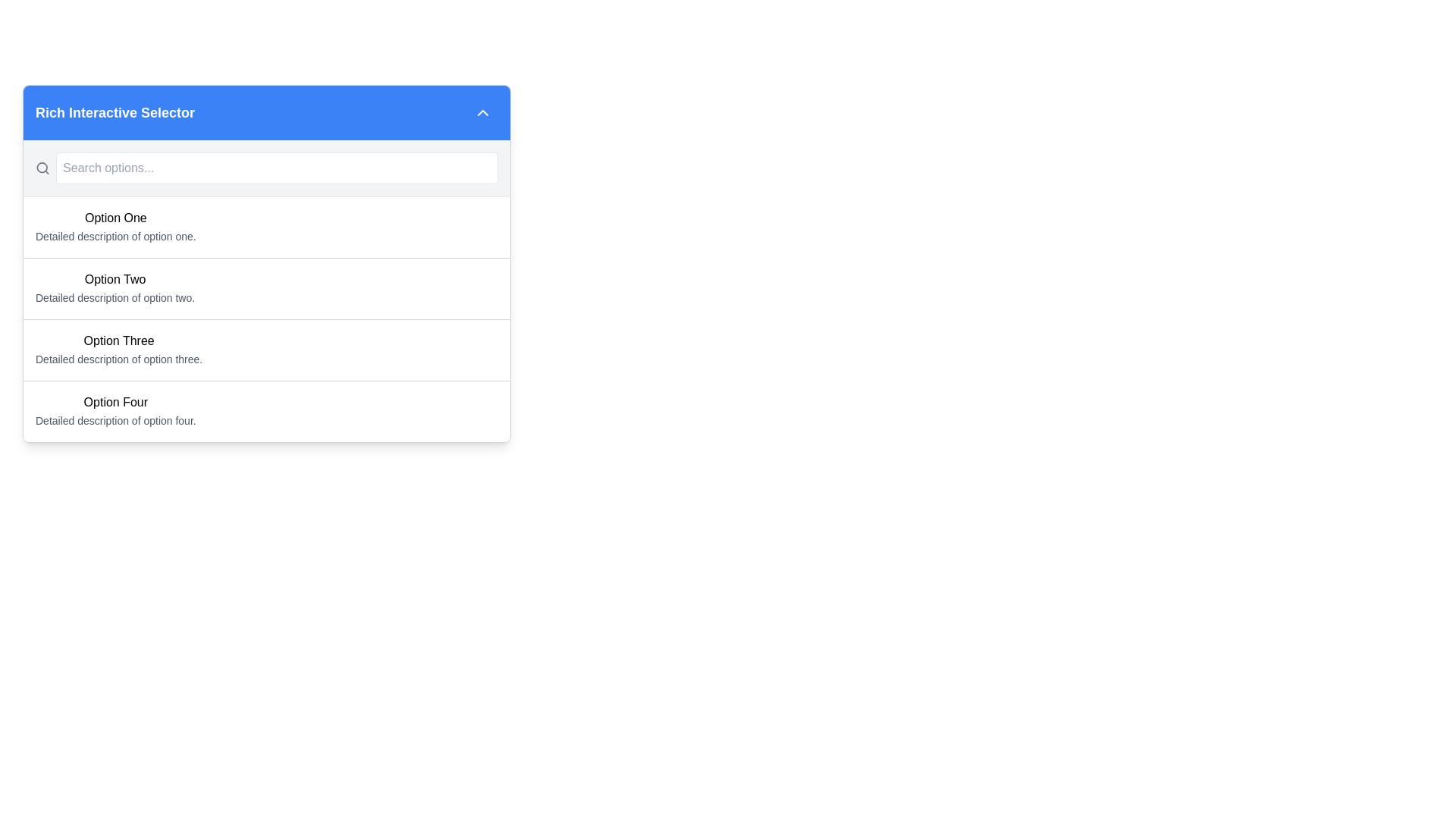 This screenshot has width=1456, height=819. I want to click on the third selectable option in the dropdown list labeled 'Option Three', so click(266, 350).